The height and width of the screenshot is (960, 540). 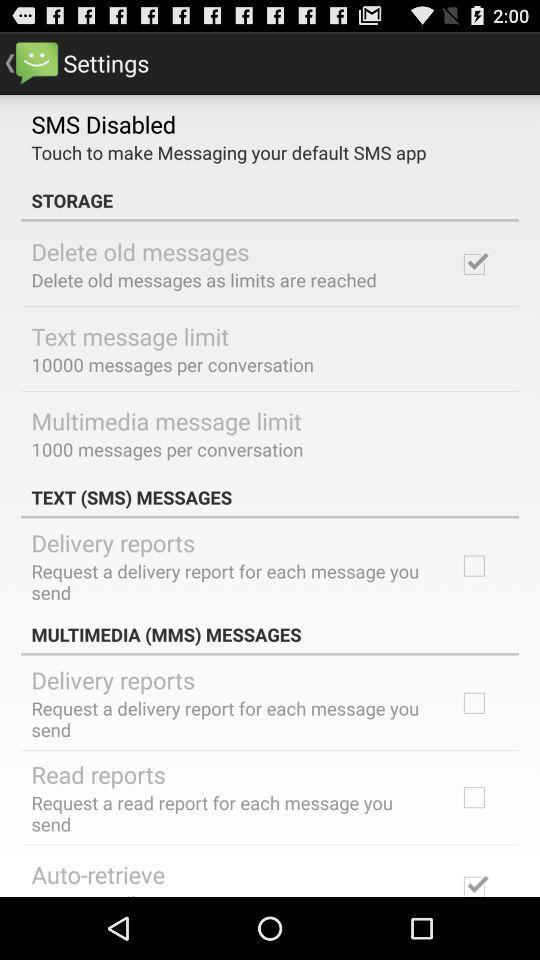 What do you see at coordinates (103, 122) in the screenshot?
I see `the item above touch to make` at bounding box center [103, 122].